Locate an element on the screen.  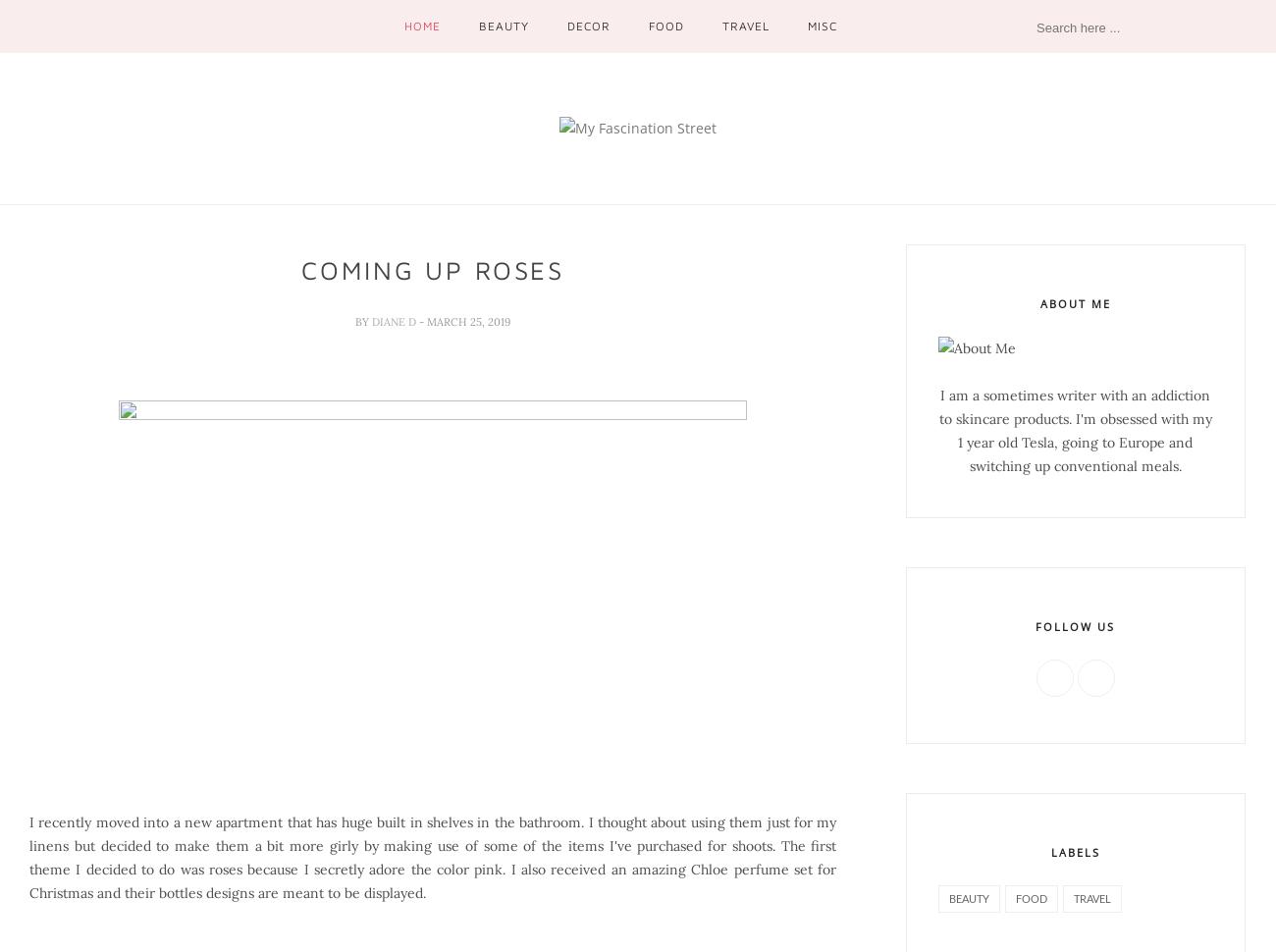
'Beauty' is located at coordinates (476, 26).